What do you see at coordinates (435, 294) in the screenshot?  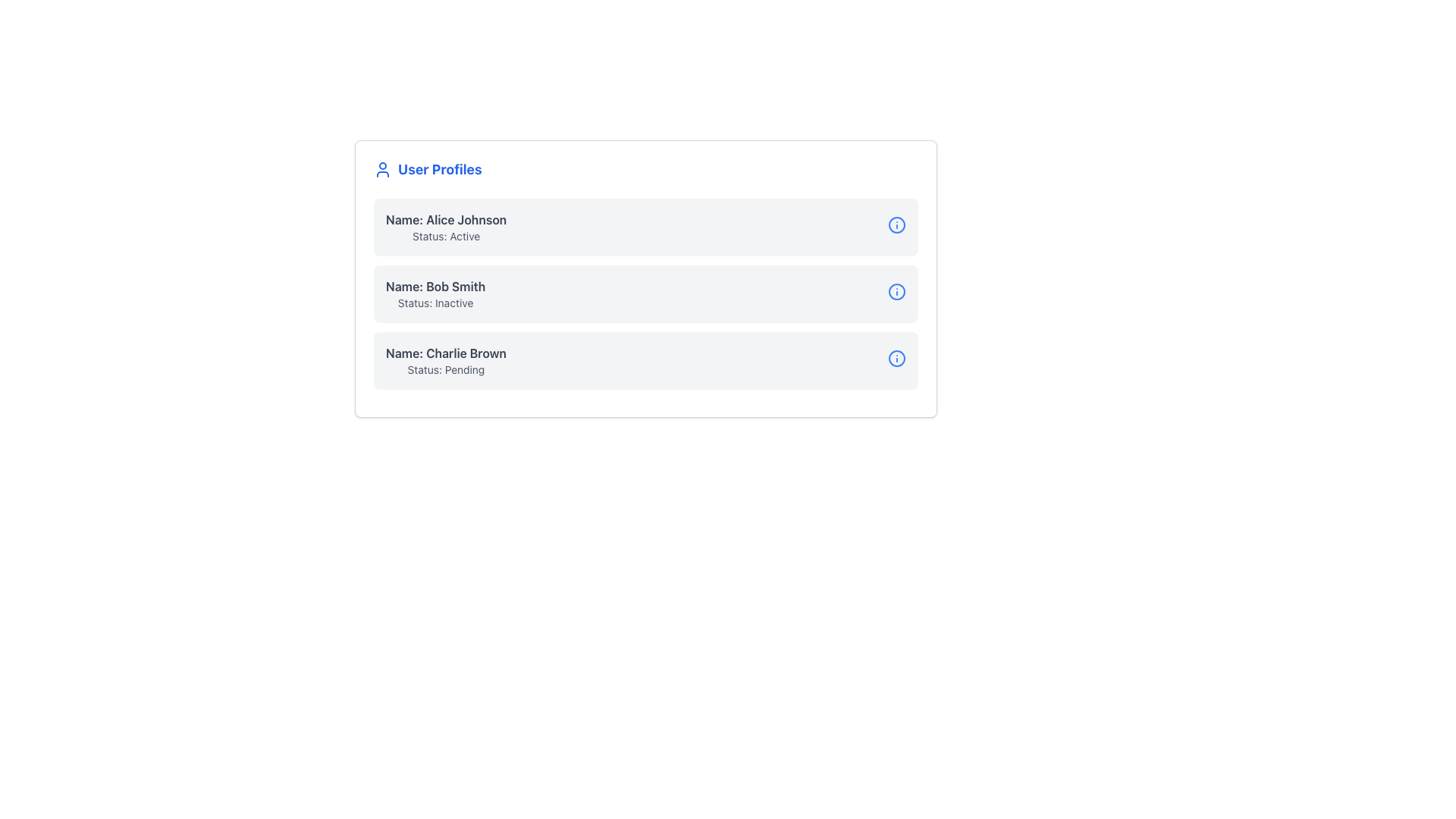 I see `displayed information from the Text Label that shows the user's name and status, specifically the second list item in the user profile section` at bounding box center [435, 294].